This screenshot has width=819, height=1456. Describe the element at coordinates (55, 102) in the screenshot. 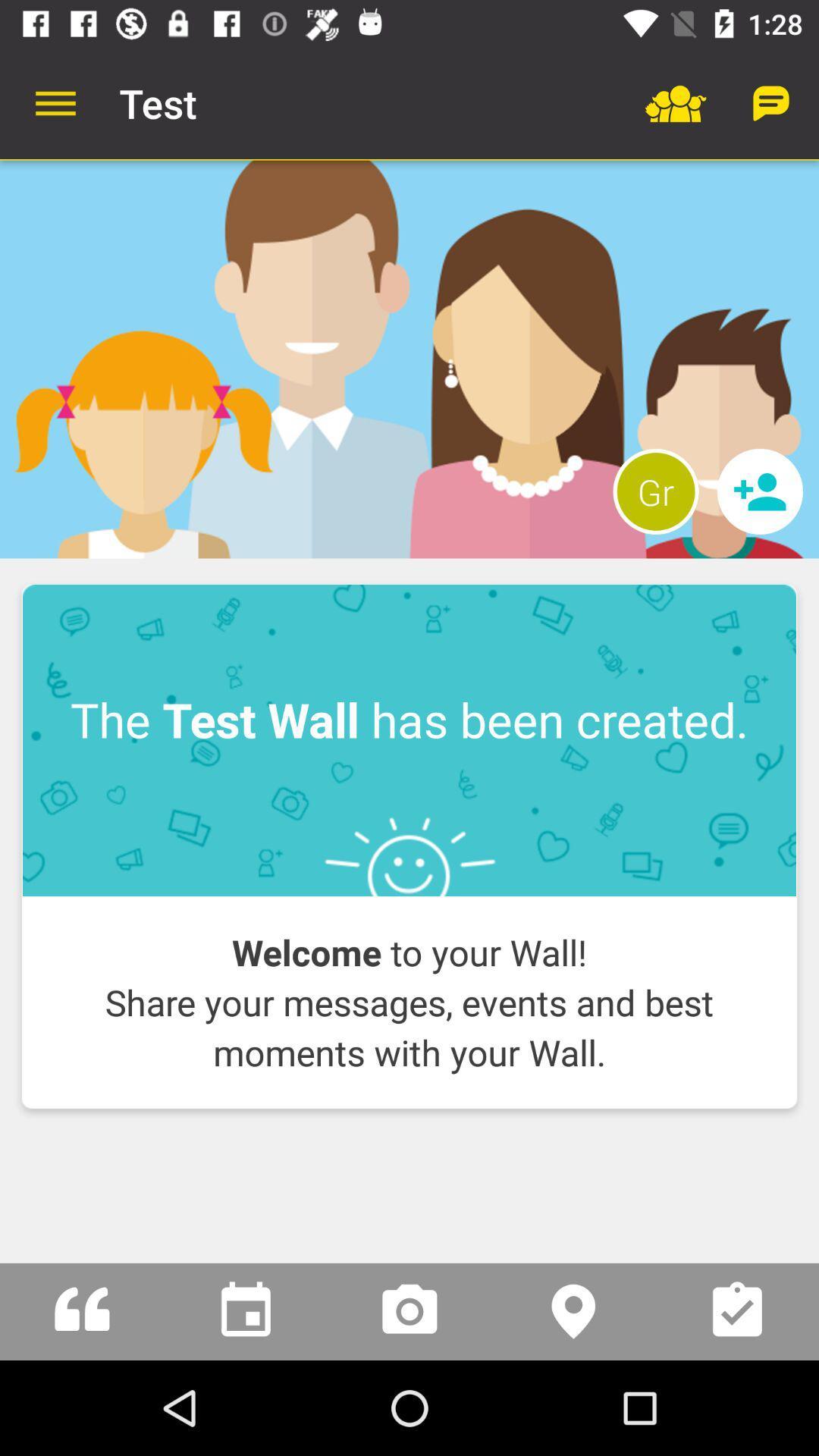

I see `icon next to the test item` at that location.